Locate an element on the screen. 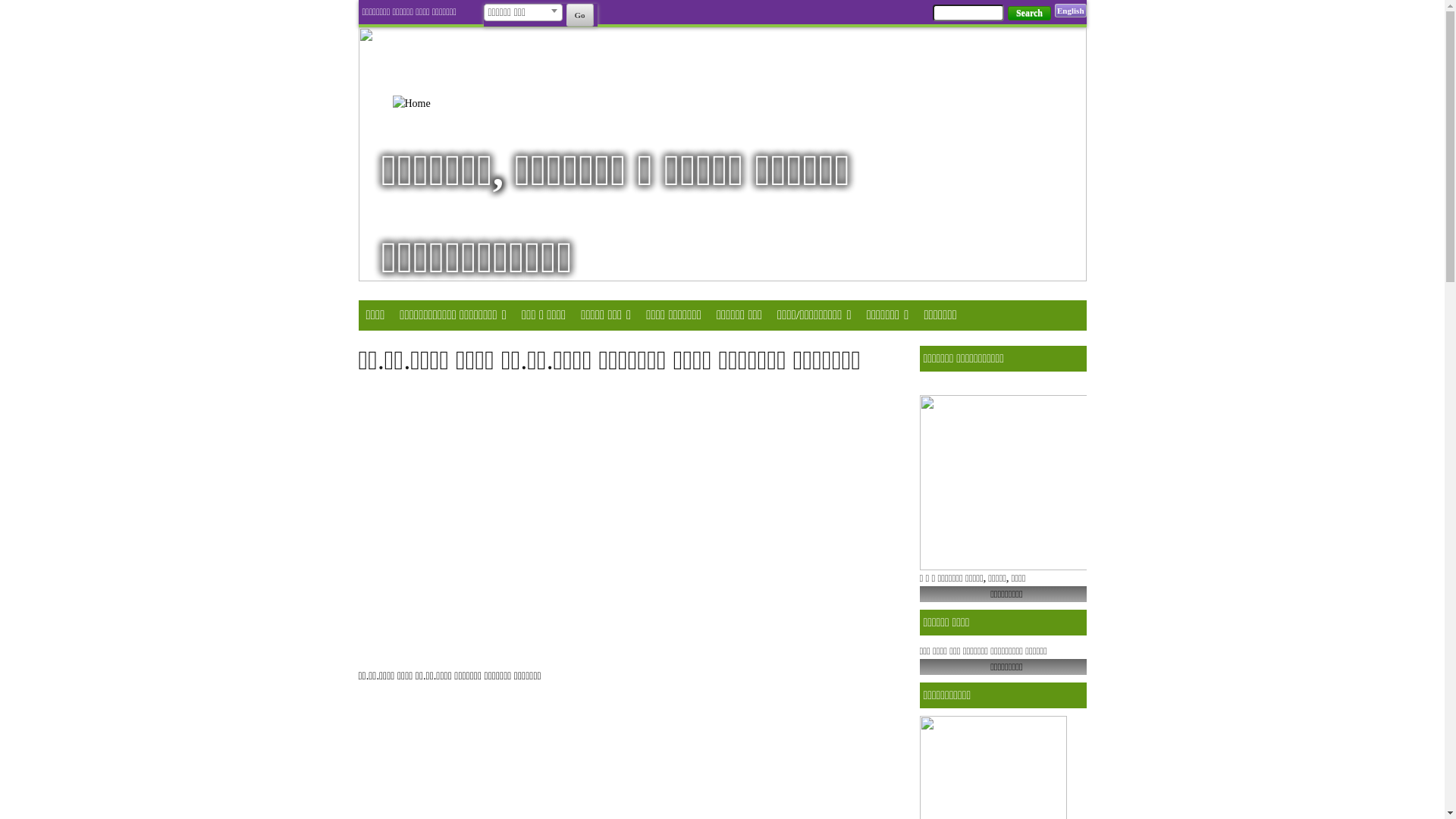 This screenshot has height=819, width=1456. 'Home' is located at coordinates (431, 102).